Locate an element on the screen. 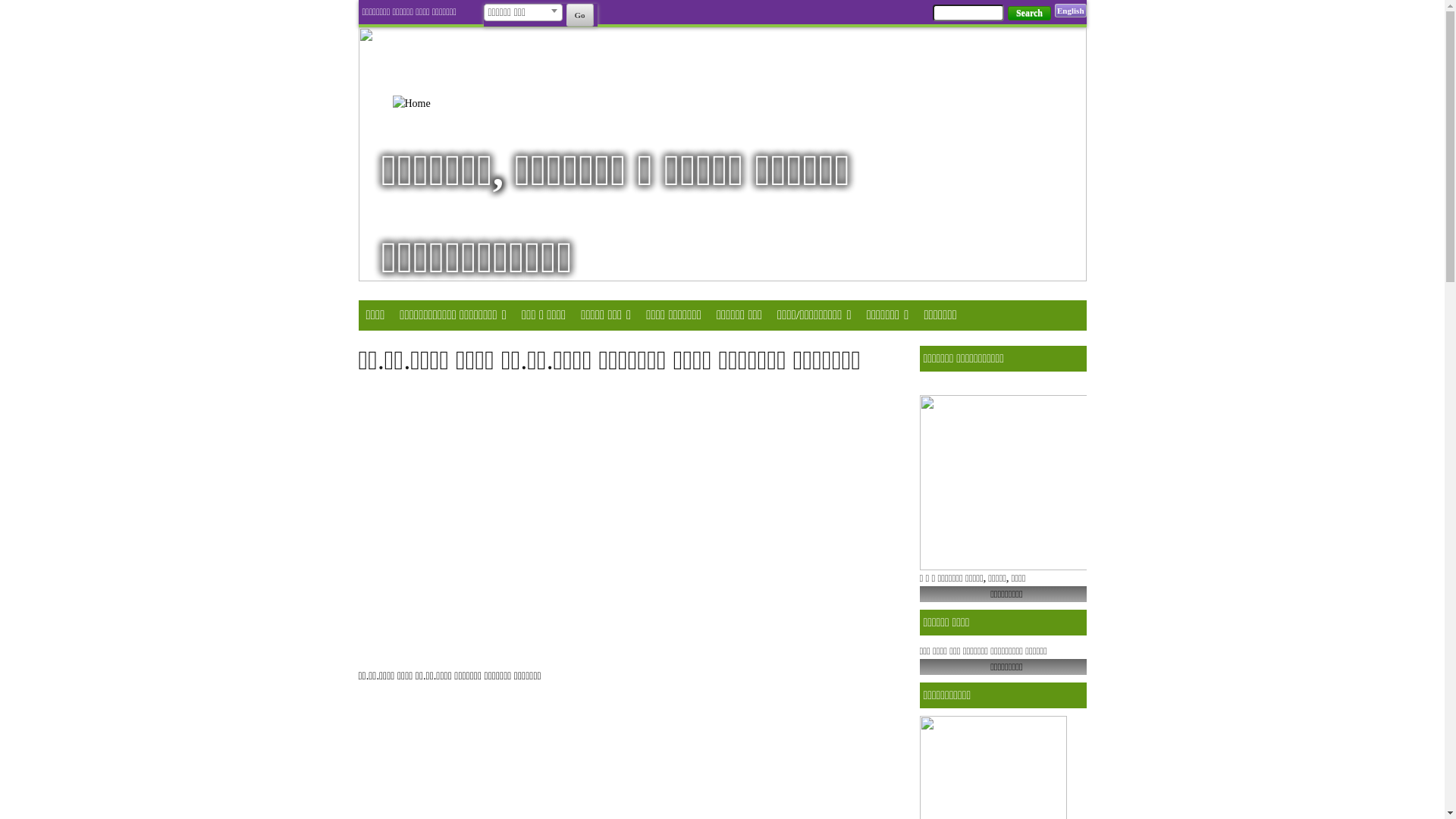 This screenshot has height=819, width=1456. 'Home' is located at coordinates (431, 102).